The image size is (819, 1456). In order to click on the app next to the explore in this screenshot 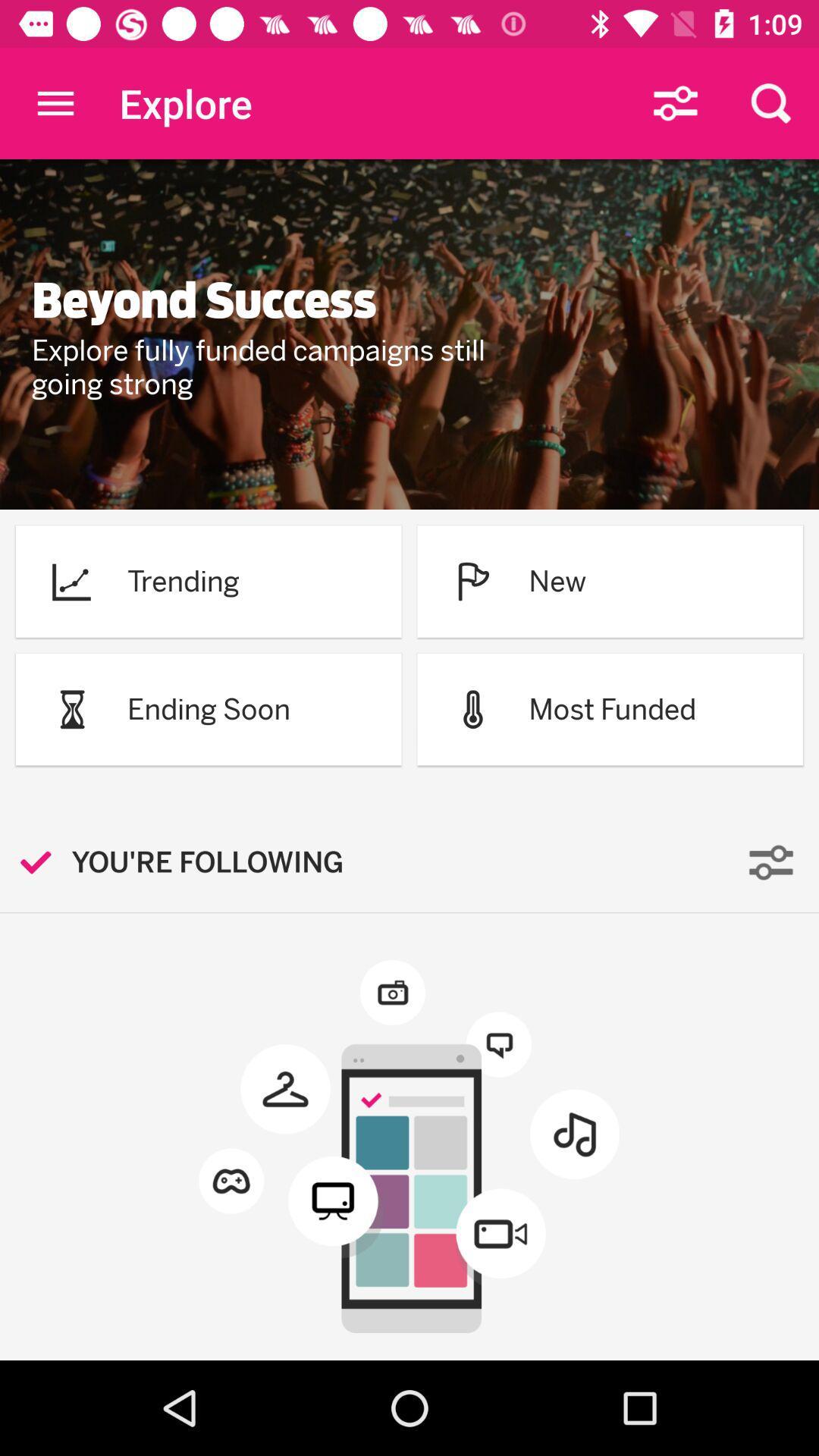, I will do `click(55, 102)`.